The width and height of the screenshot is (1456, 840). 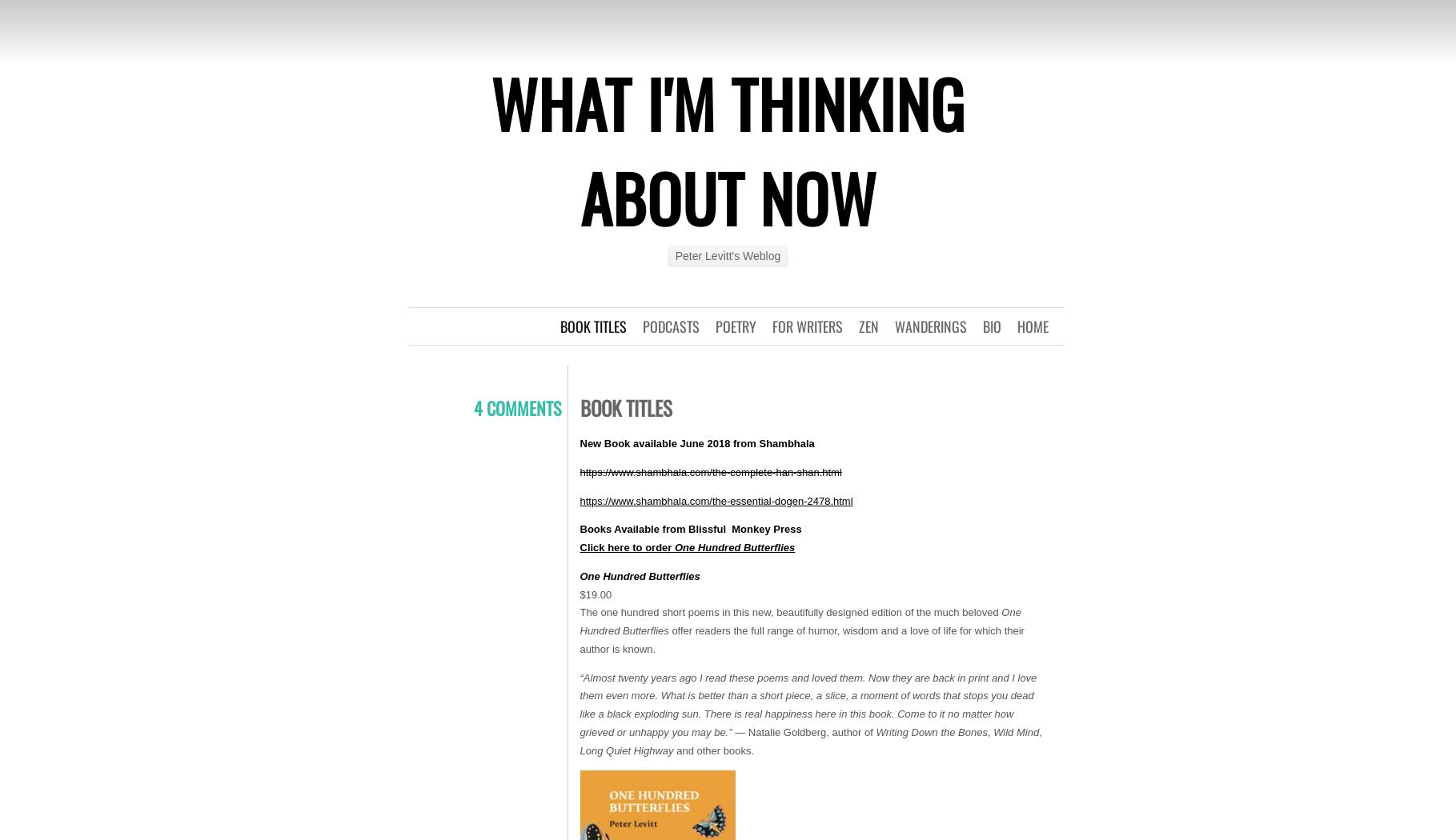 I want to click on '“Almost twenty years ago I read these poems and loved them. Now they are back in print and I love them even more. What is better than a short piece, a slice, a moment of words that stops you dead like a black exploding sun. There is real happiness here in this book. Come to it no matter how grieved or unhappy you may be.”', so click(x=807, y=703).